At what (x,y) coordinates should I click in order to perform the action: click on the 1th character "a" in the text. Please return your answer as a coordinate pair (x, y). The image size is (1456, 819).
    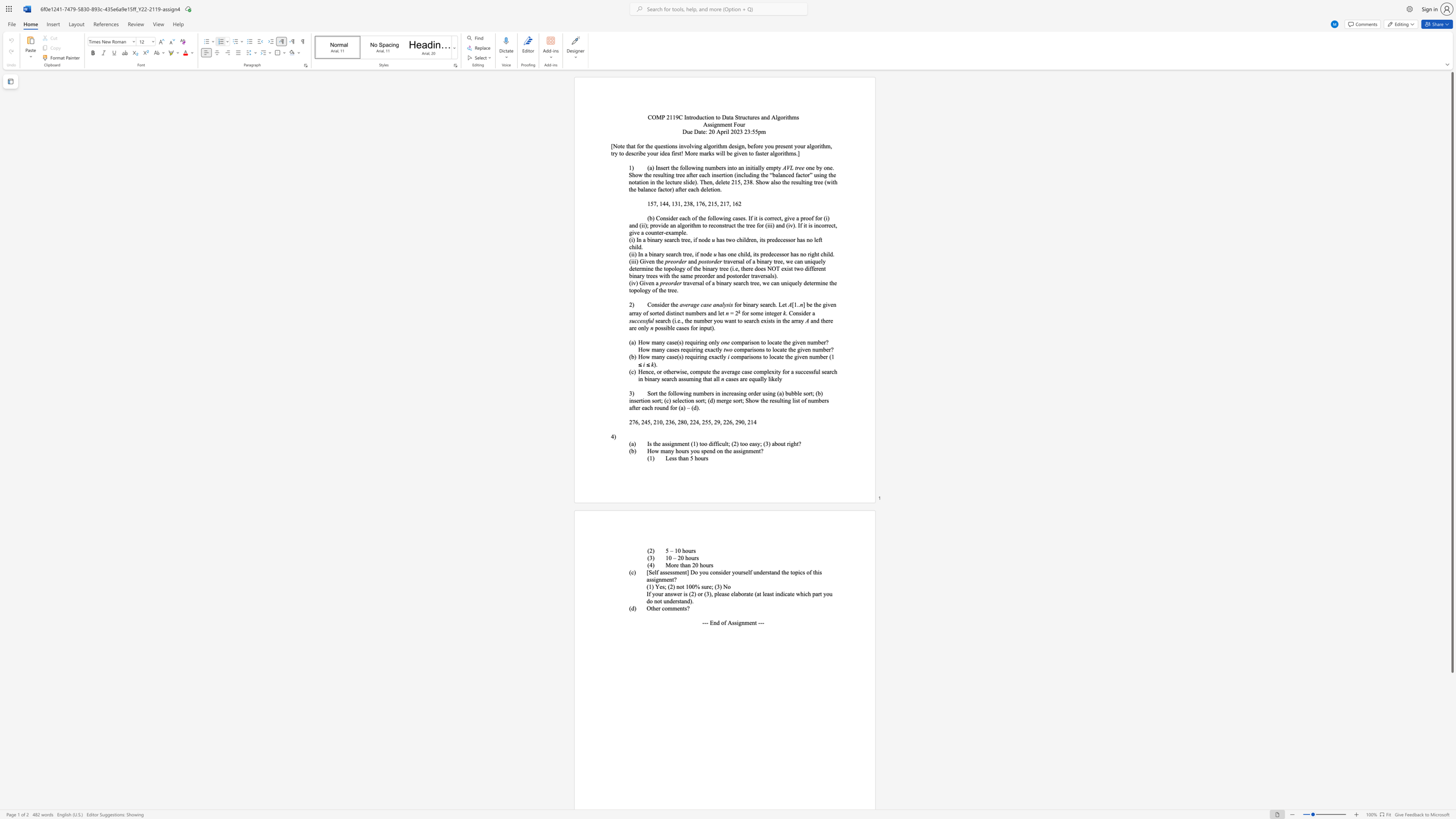
    Looking at the image, I should click on (722, 371).